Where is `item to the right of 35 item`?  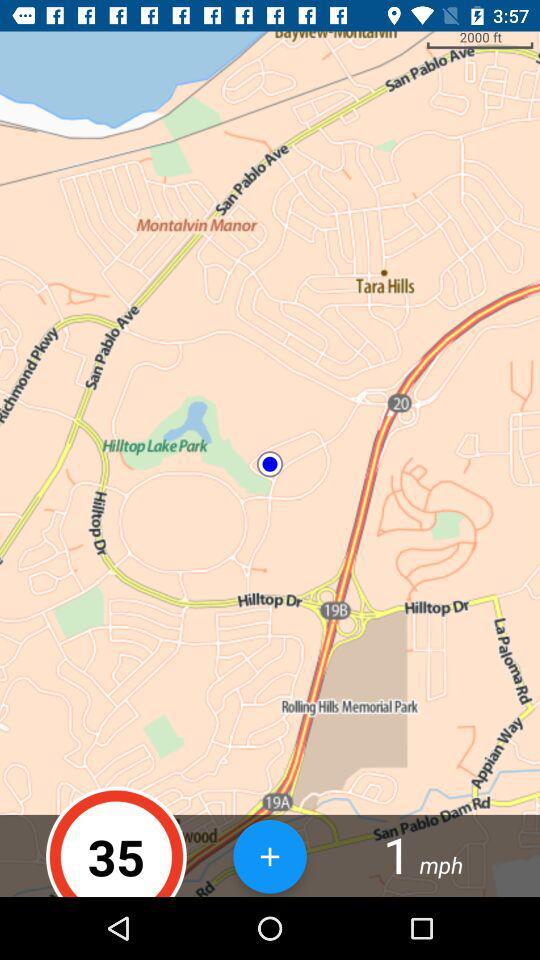 item to the right of 35 item is located at coordinates (270, 855).